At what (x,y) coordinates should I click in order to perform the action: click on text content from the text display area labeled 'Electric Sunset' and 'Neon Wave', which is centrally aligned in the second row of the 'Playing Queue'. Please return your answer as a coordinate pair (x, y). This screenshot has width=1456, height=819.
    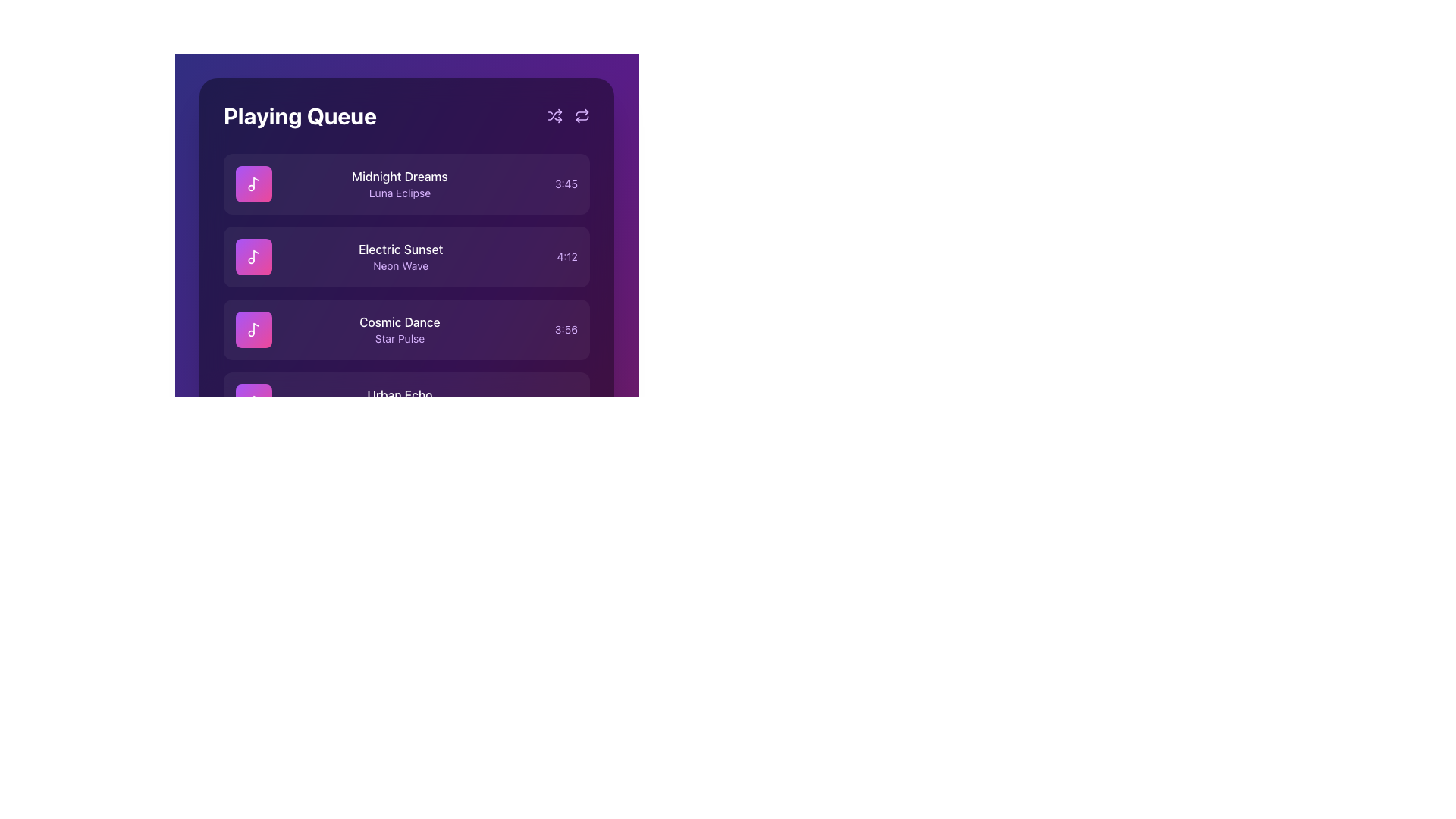
    Looking at the image, I should click on (400, 256).